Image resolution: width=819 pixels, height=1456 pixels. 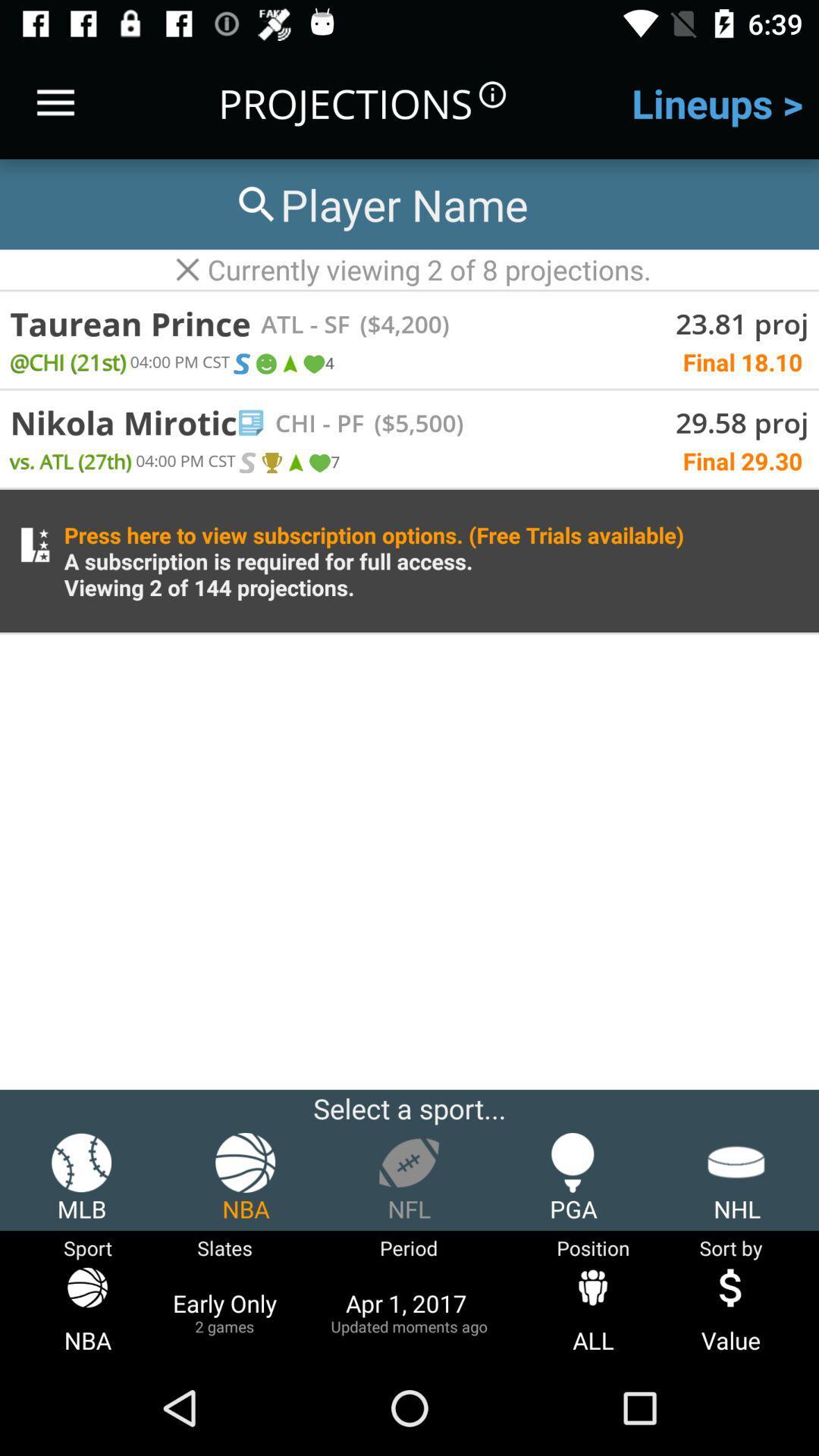 I want to click on go search, so click(x=379, y=203).